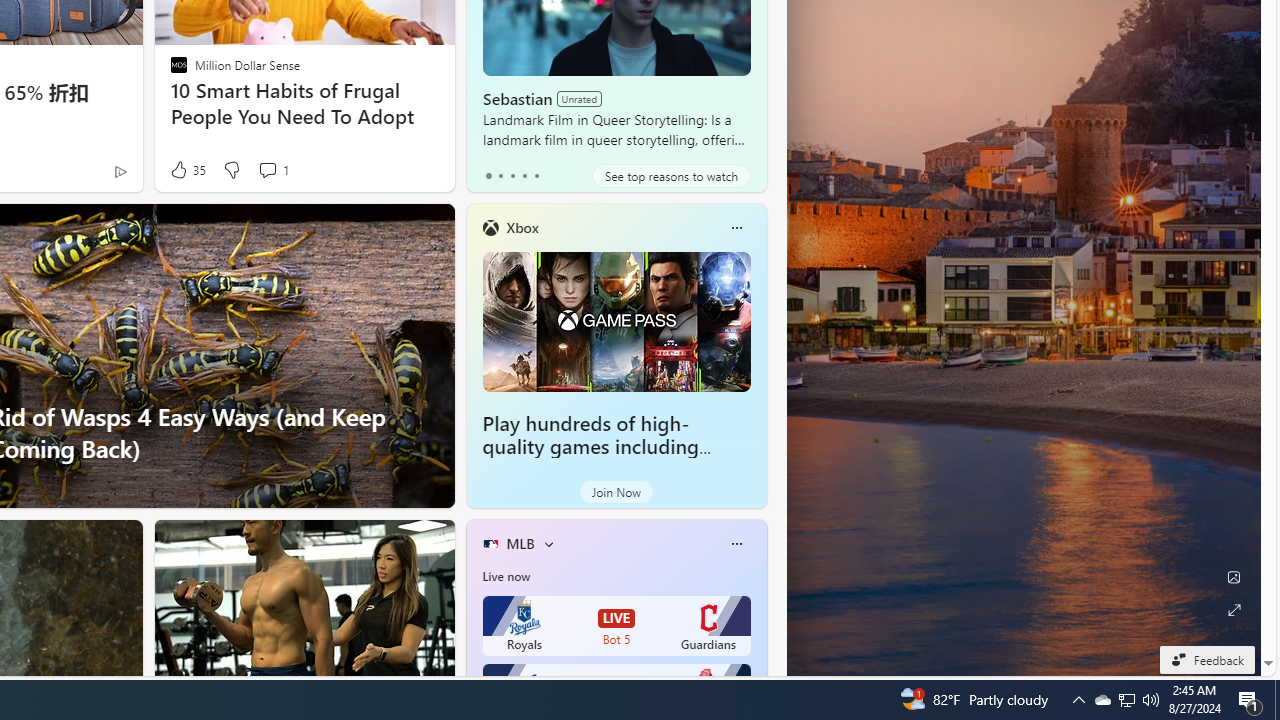 This screenshot has width=1280, height=720. Describe the element at coordinates (500, 175) in the screenshot. I see `'tab-1'` at that location.